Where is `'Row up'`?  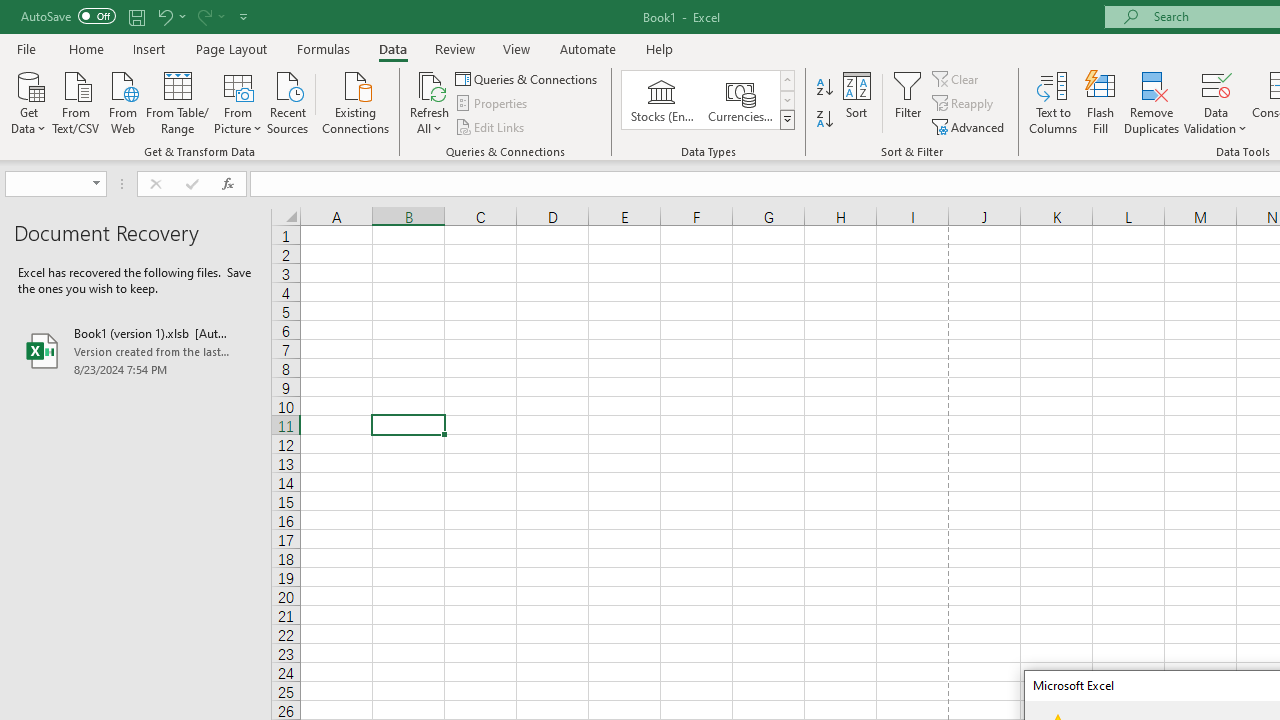 'Row up' is located at coordinates (786, 79).